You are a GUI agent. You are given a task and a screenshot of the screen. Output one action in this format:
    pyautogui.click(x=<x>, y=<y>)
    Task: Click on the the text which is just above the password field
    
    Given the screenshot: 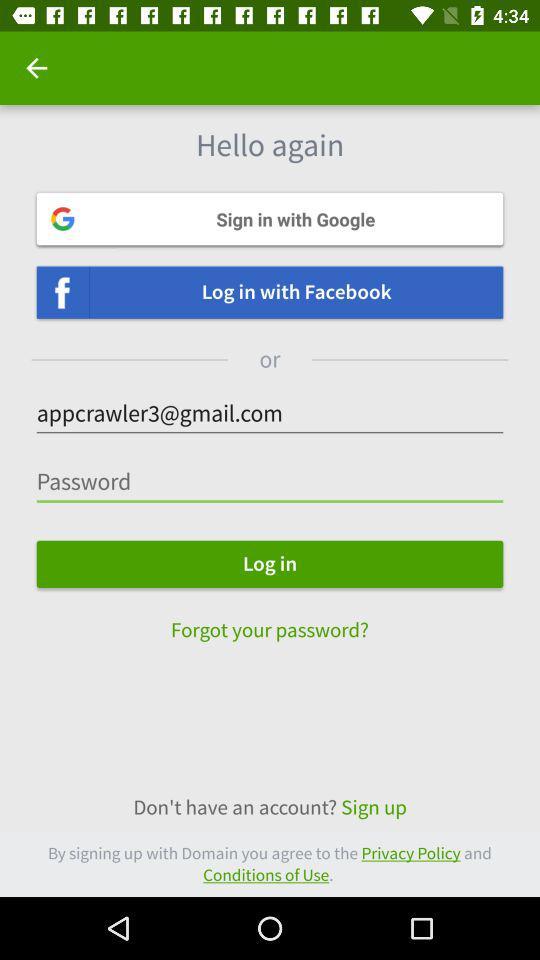 What is the action you would take?
    pyautogui.click(x=270, y=414)
    